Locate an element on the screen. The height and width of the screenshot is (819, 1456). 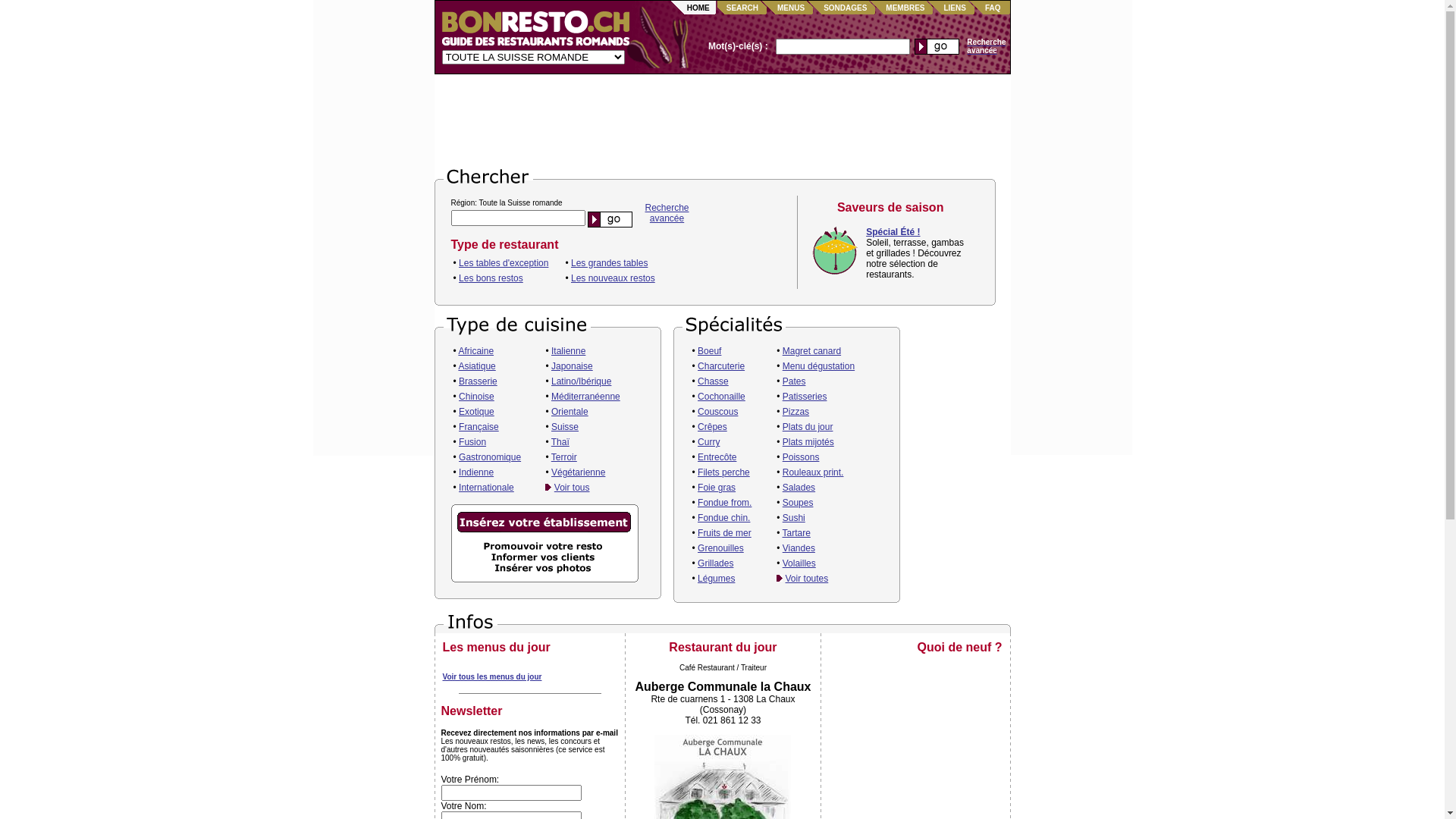
'Grenouilles' is located at coordinates (720, 548).